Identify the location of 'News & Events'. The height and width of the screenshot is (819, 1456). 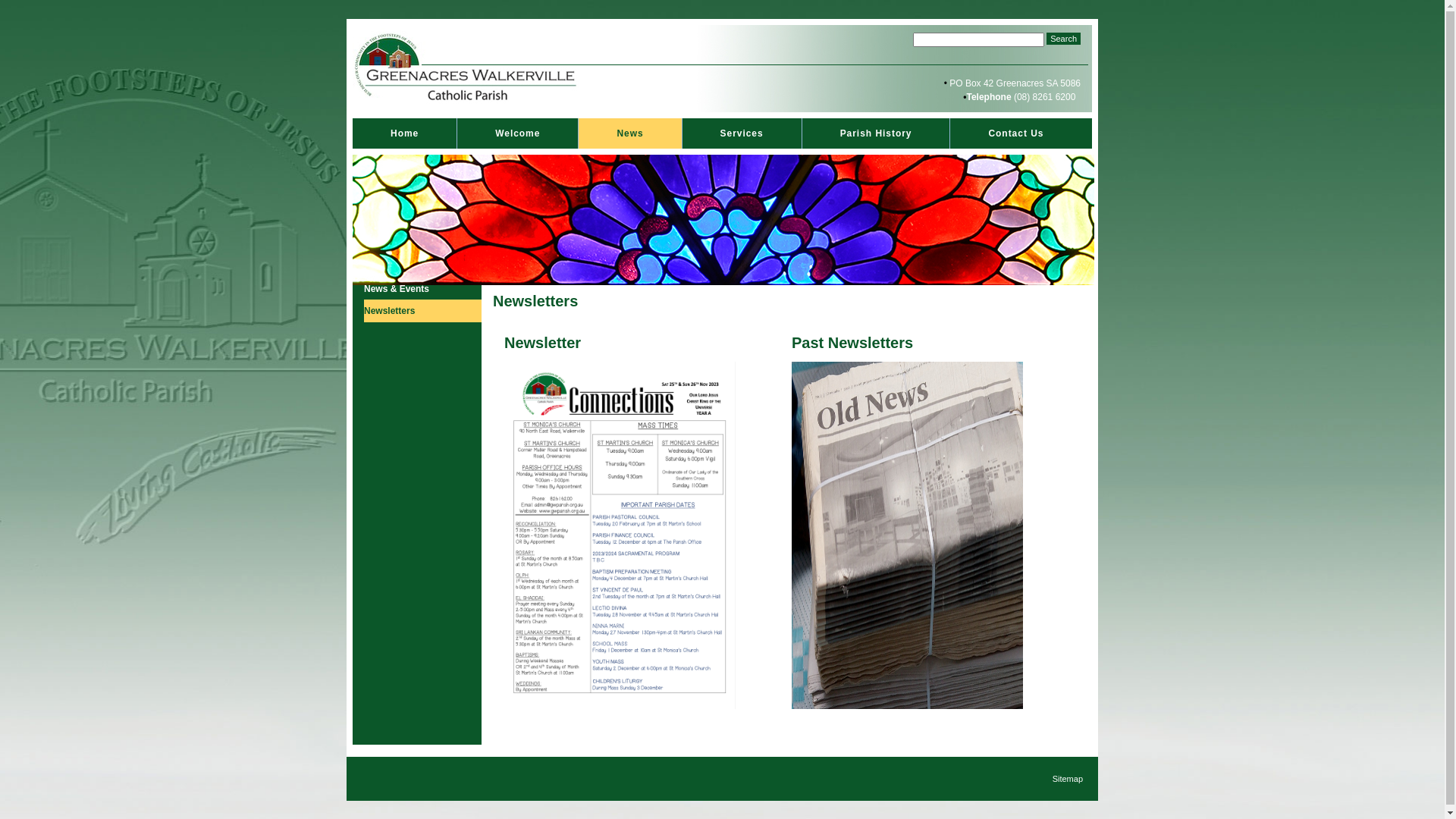
(364, 289).